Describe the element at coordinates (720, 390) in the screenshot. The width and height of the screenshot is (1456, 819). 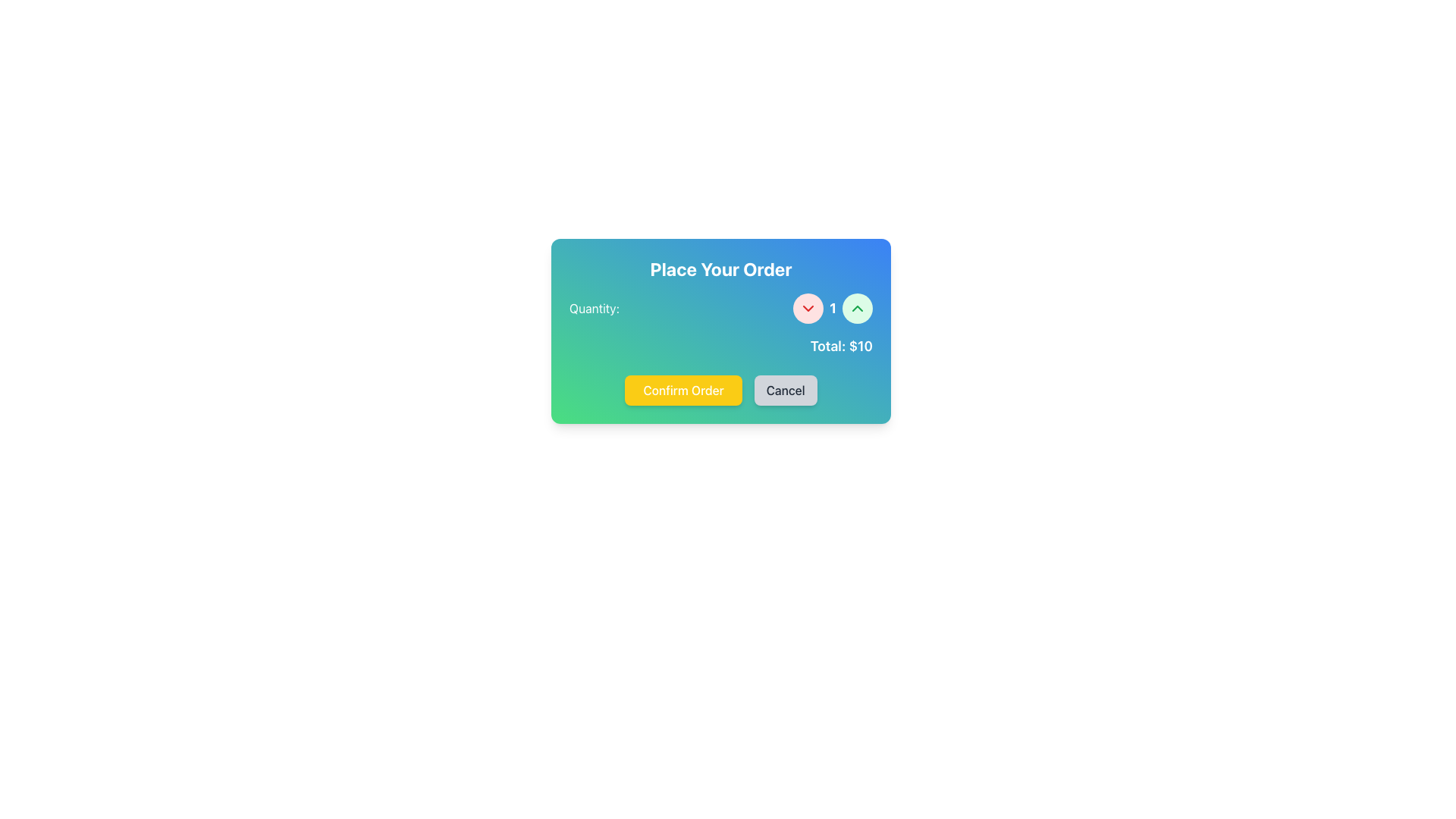
I see `the 'Confirm Order' button located in the modal dialog box at the bottom center of the interface to finalize and confirm the order process` at that location.